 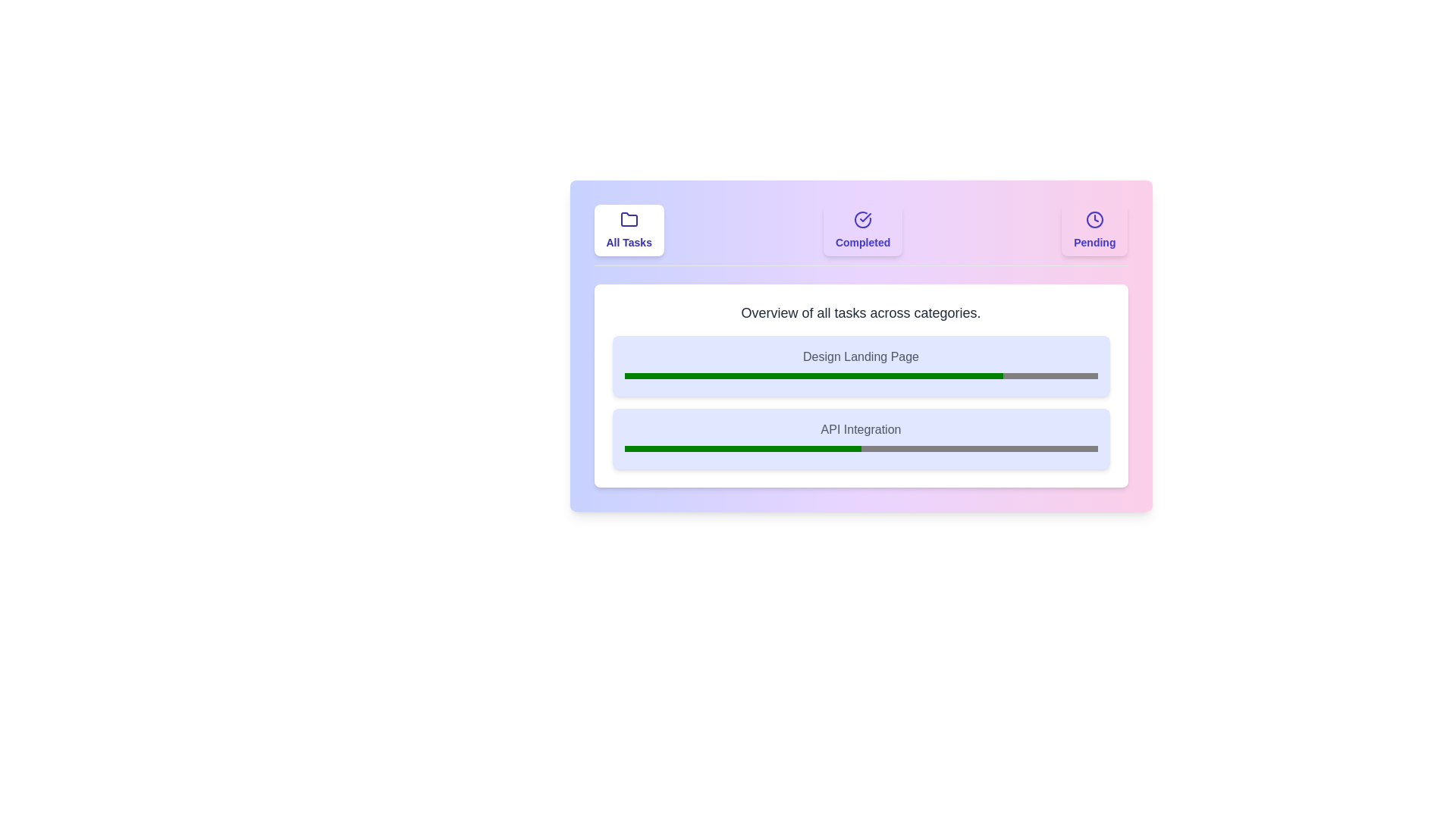 What do you see at coordinates (861, 402) in the screenshot?
I see `the task progress display component that shows the titles 'Design Landing Page' and 'API Integration' along with their respective progress bars` at bounding box center [861, 402].